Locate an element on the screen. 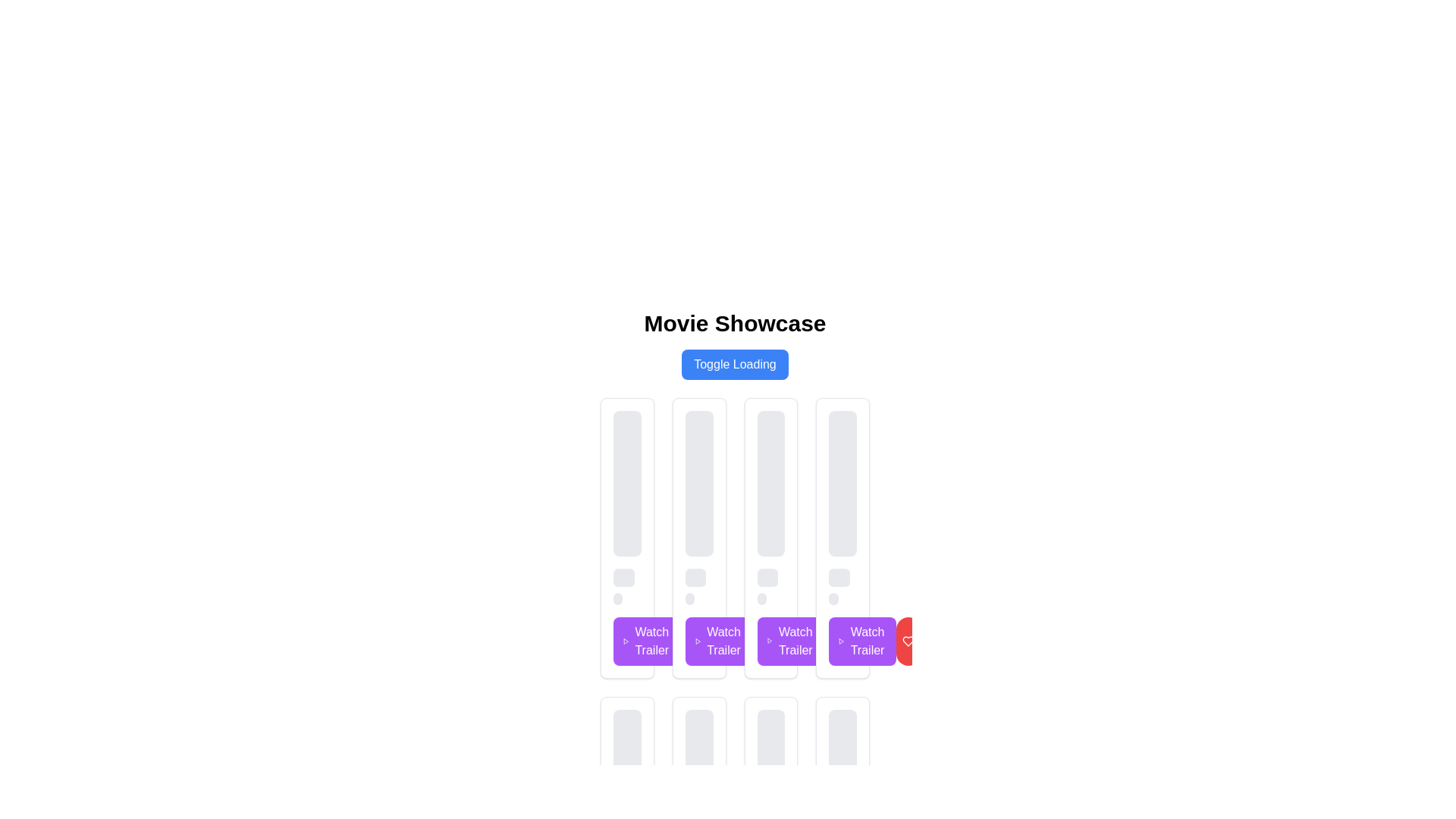  the rounded red button with a white heart icon to like or unlike the item is located at coordinates (908, 641).